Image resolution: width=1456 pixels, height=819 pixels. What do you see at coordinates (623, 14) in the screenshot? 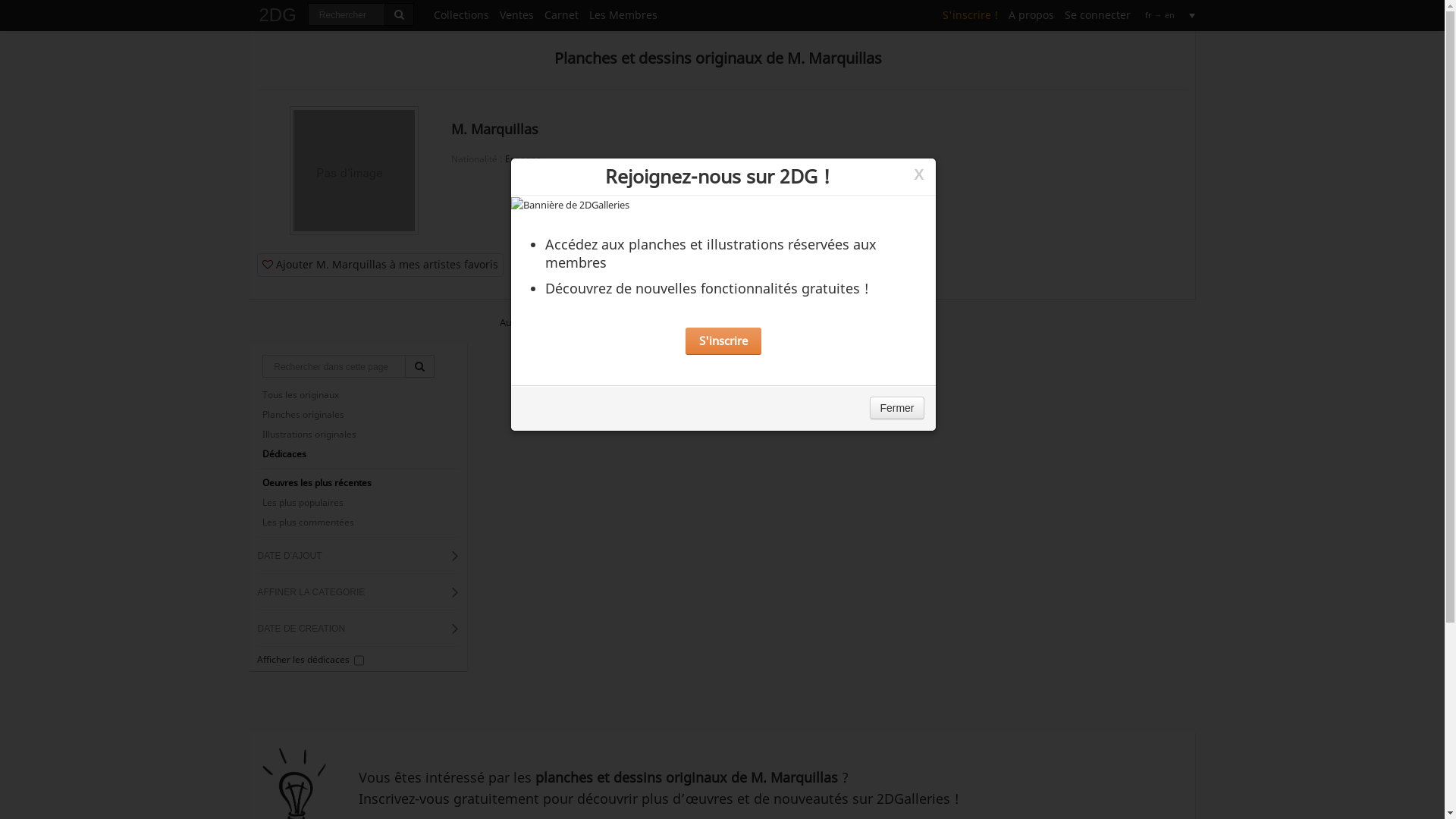
I see `'Les Membres'` at bounding box center [623, 14].